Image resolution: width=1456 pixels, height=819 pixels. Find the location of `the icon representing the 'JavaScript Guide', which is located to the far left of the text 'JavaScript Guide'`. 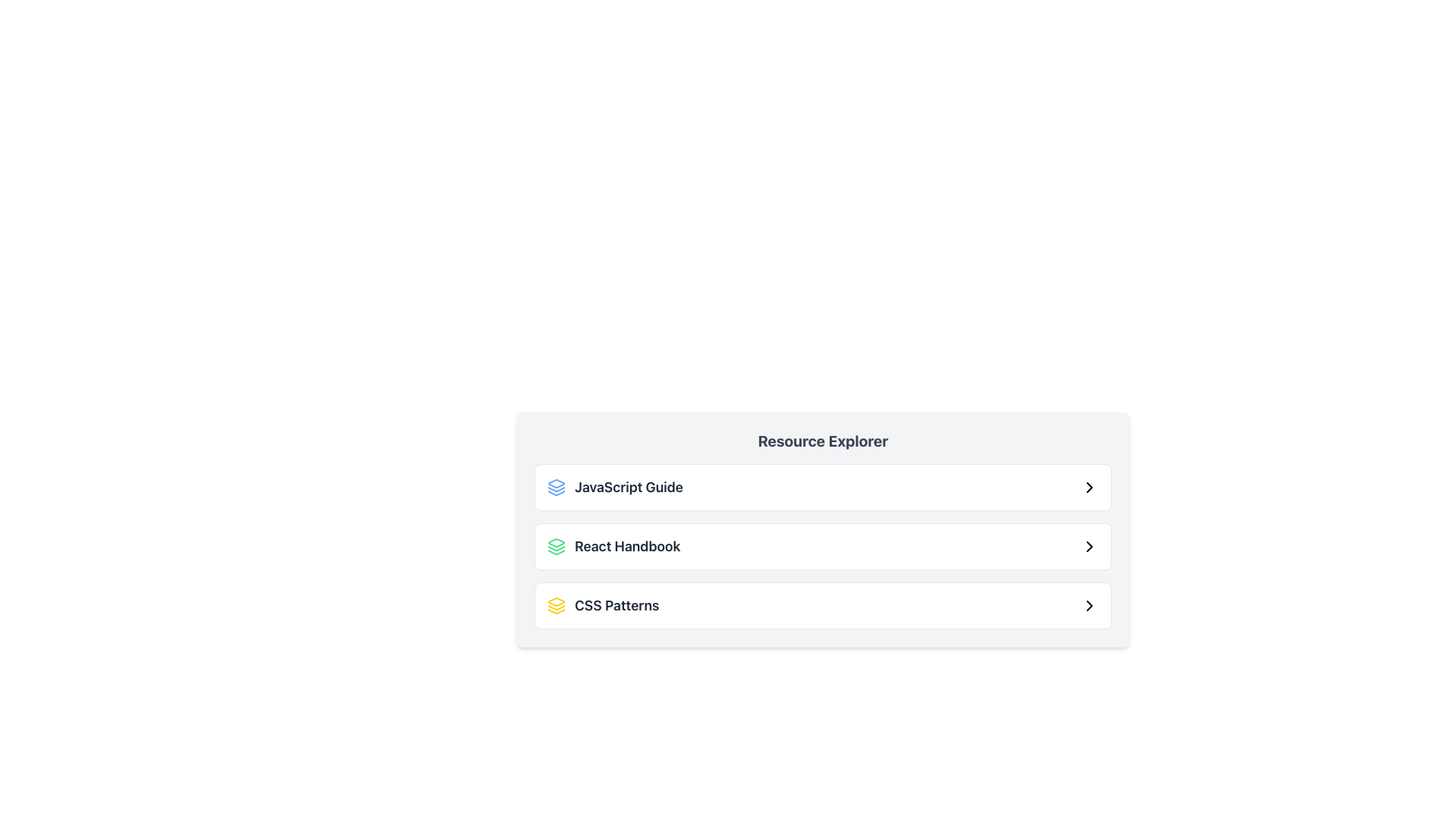

the icon representing the 'JavaScript Guide', which is located to the far left of the text 'JavaScript Guide' is located at coordinates (556, 488).